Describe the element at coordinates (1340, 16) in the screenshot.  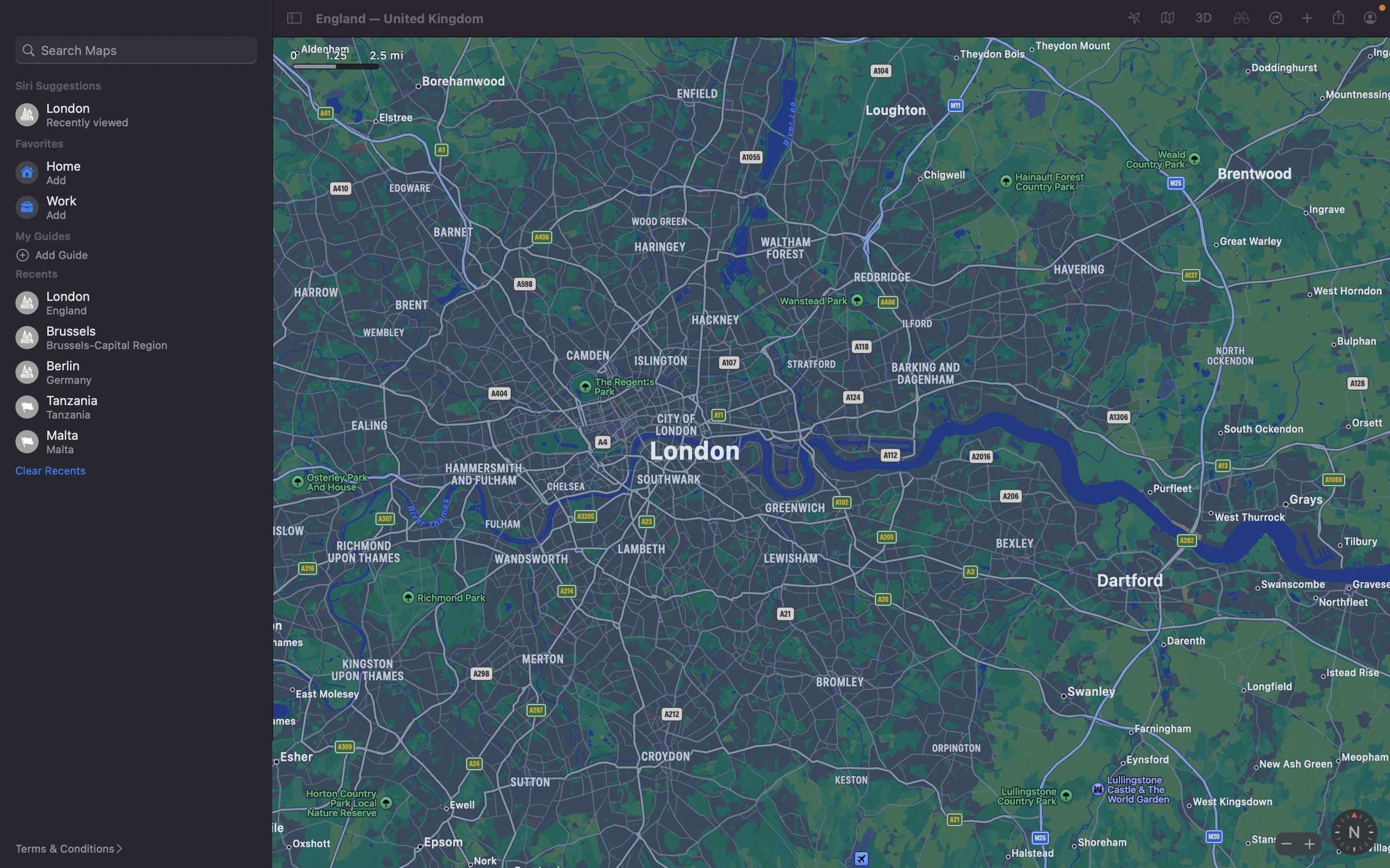
I see `Provide the existing map location` at that location.